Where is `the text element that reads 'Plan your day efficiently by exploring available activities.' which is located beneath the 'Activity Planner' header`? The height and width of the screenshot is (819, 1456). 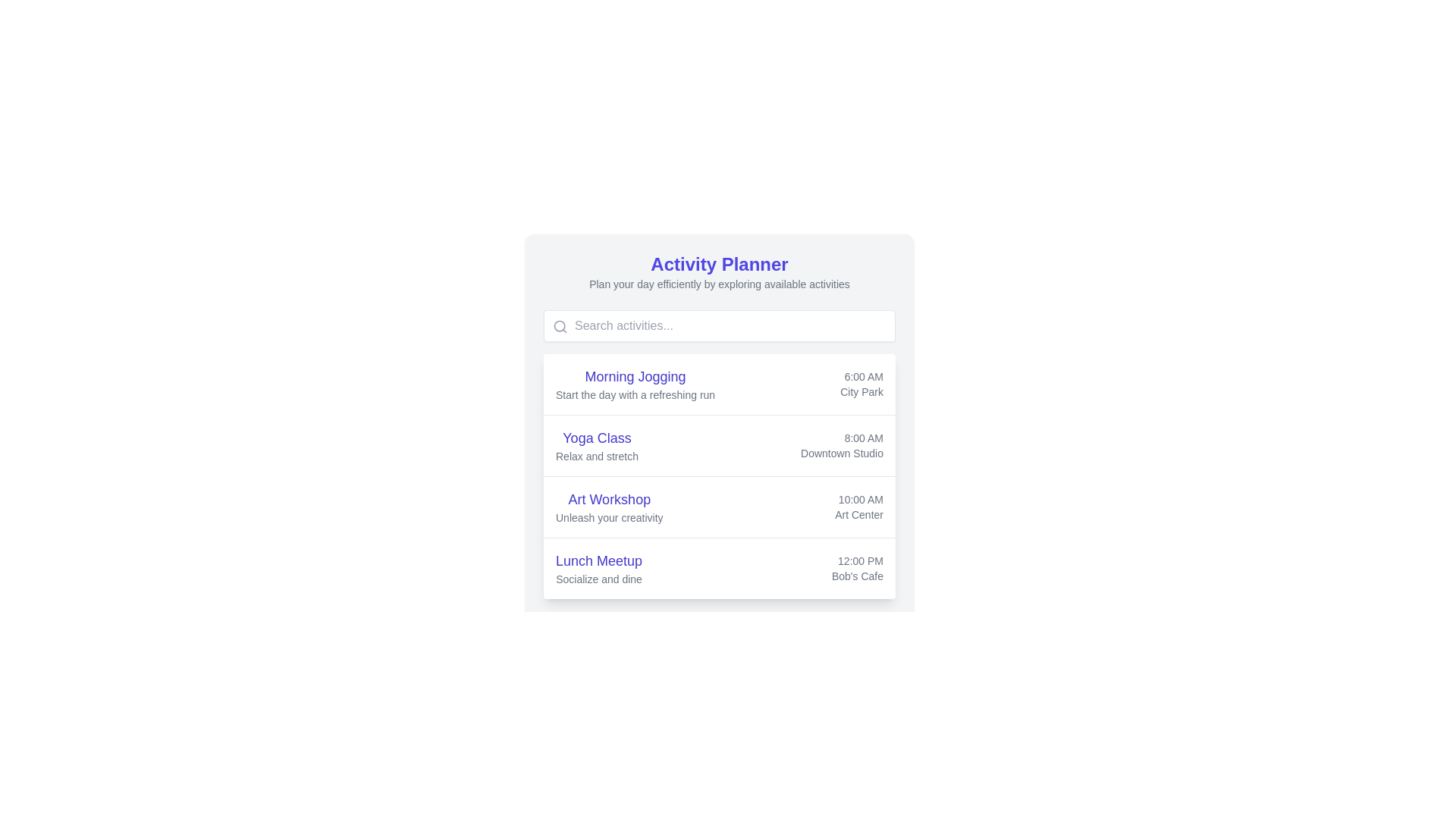 the text element that reads 'Plan your day efficiently by exploring available activities.' which is located beneath the 'Activity Planner' header is located at coordinates (719, 284).